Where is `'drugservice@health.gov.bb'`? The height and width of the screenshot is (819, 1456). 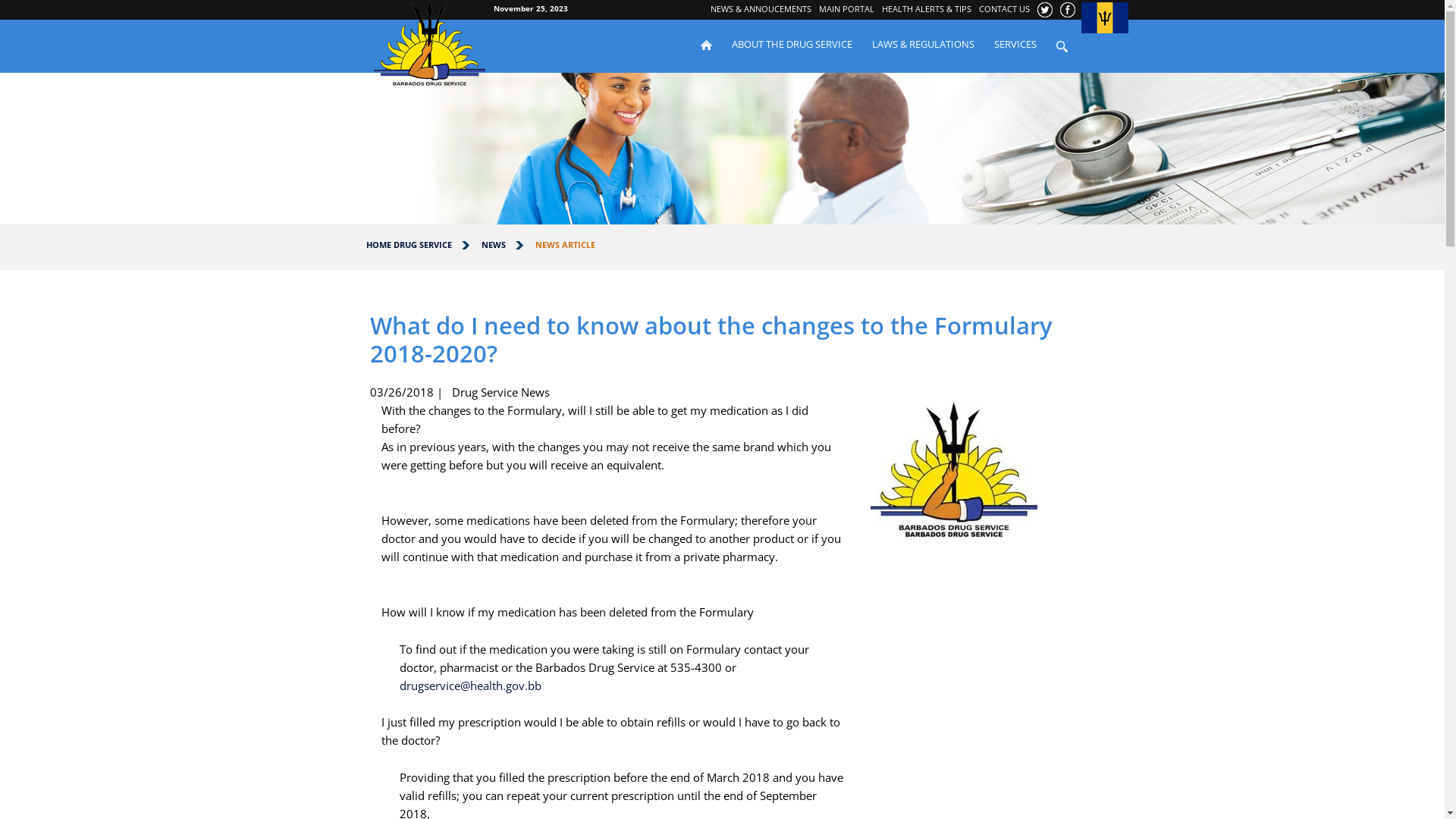
'drugservice@health.gov.bb' is located at coordinates (469, 685).